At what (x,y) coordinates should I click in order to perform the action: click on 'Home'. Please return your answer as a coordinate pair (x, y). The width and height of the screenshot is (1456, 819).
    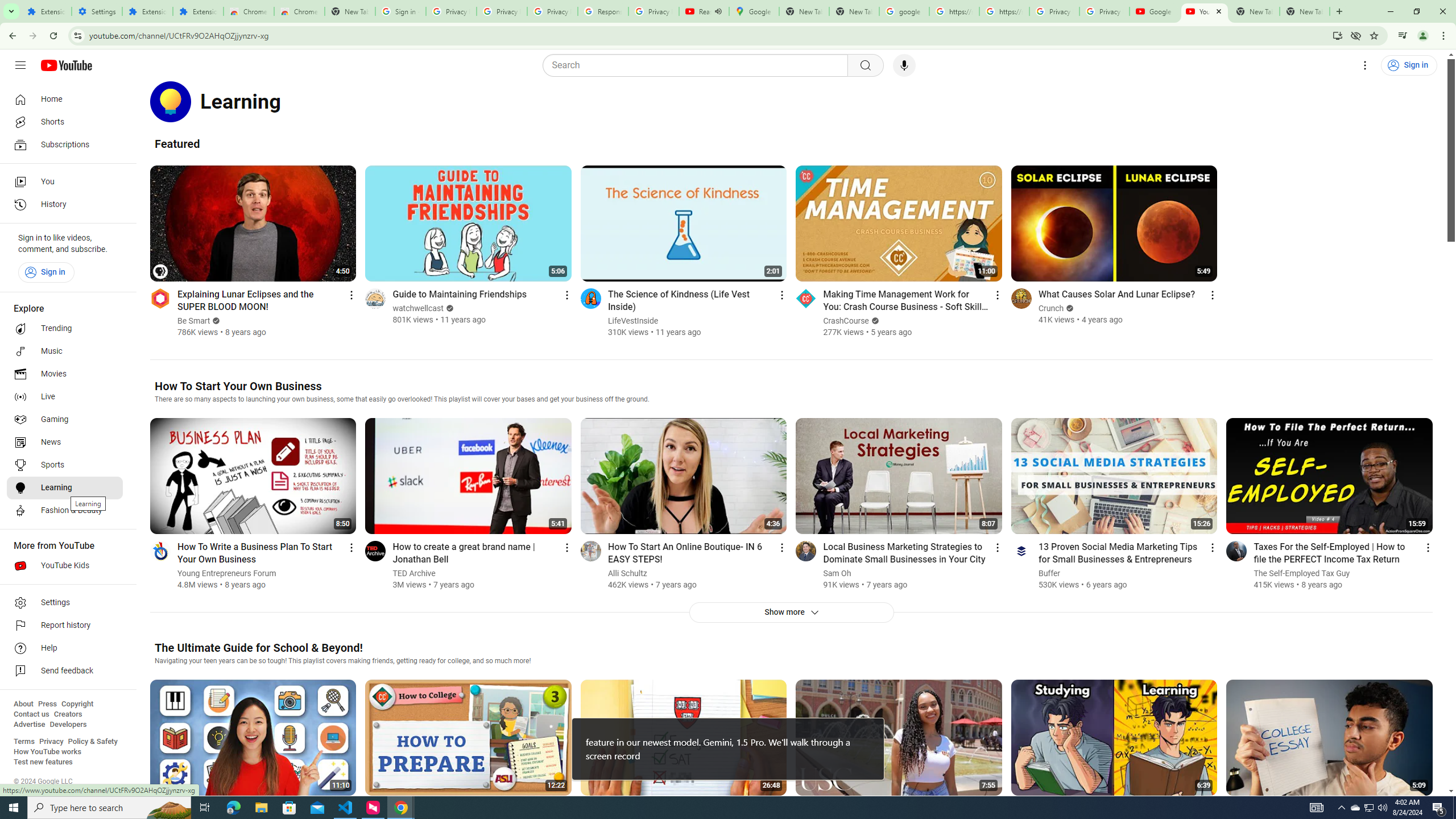
    Looking at the image, I should click on (64, 98).